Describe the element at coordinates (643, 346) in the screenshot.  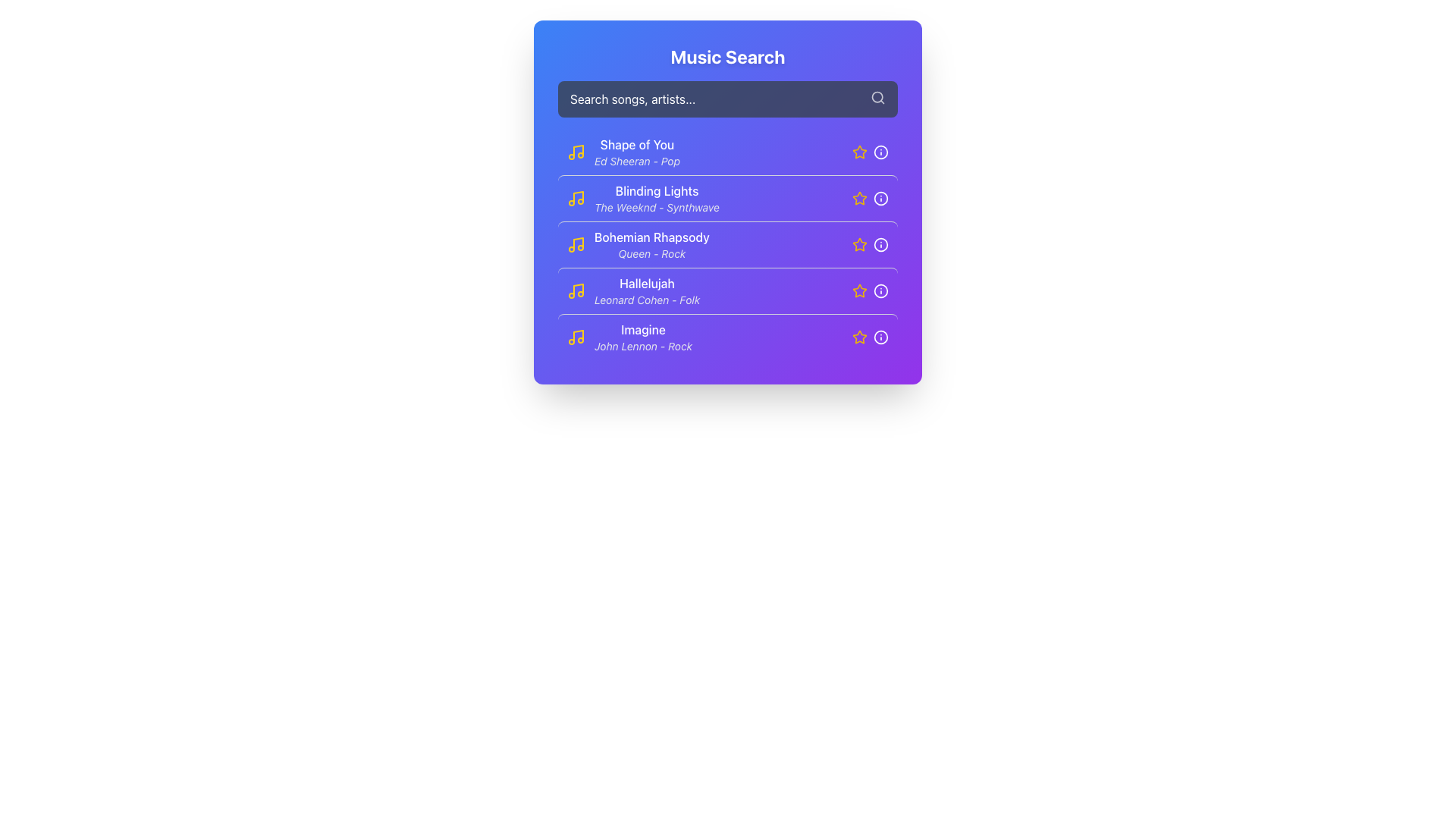
I see `the text label providing contextual details about the song 'Imagine' by John Lennon in the music search interface` at that location.